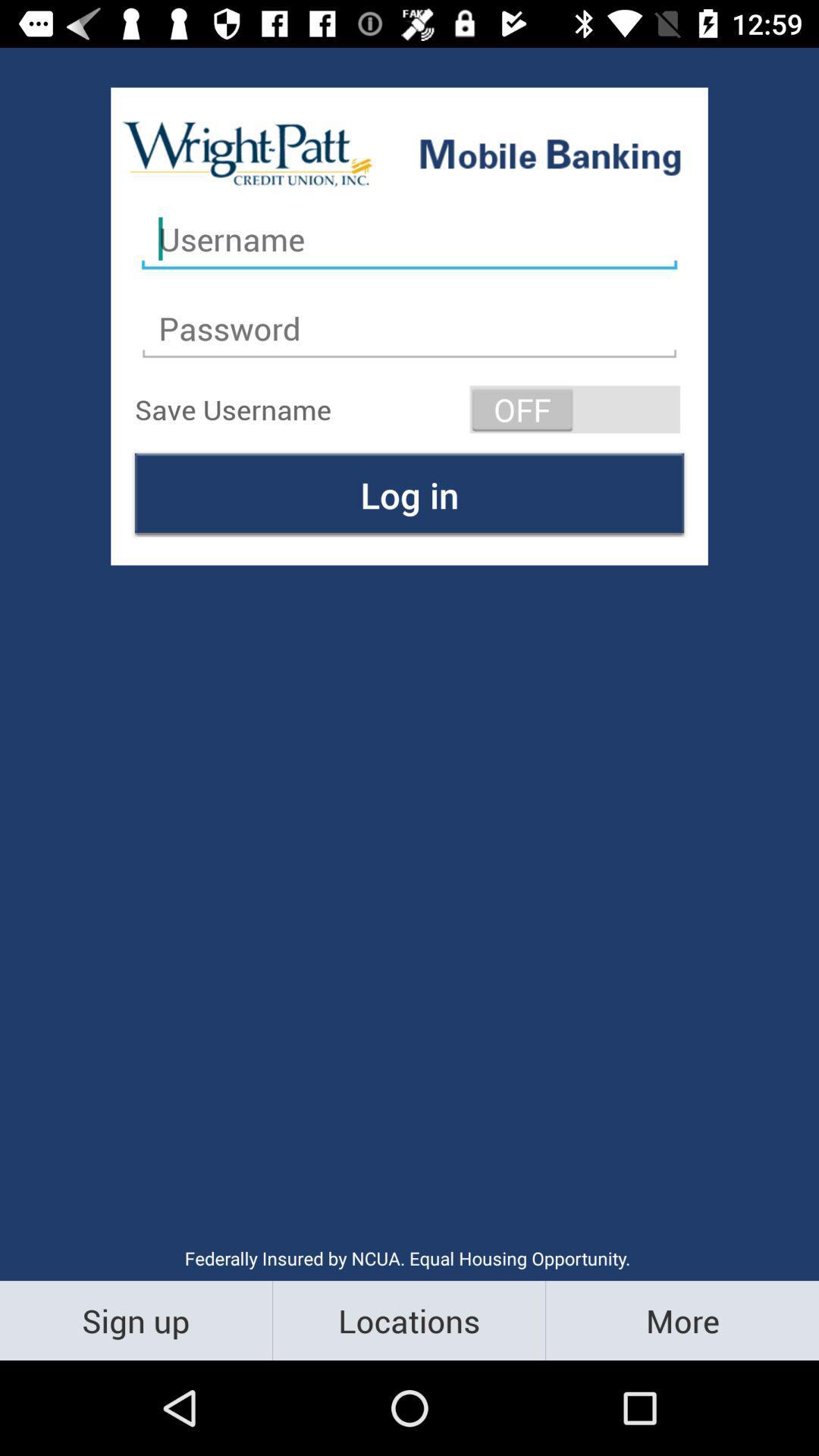 This screenshot has height=1456, width=819. Describe the element at coordinates (408, 1319) in the screenshot. I see `locations icon` at that location.